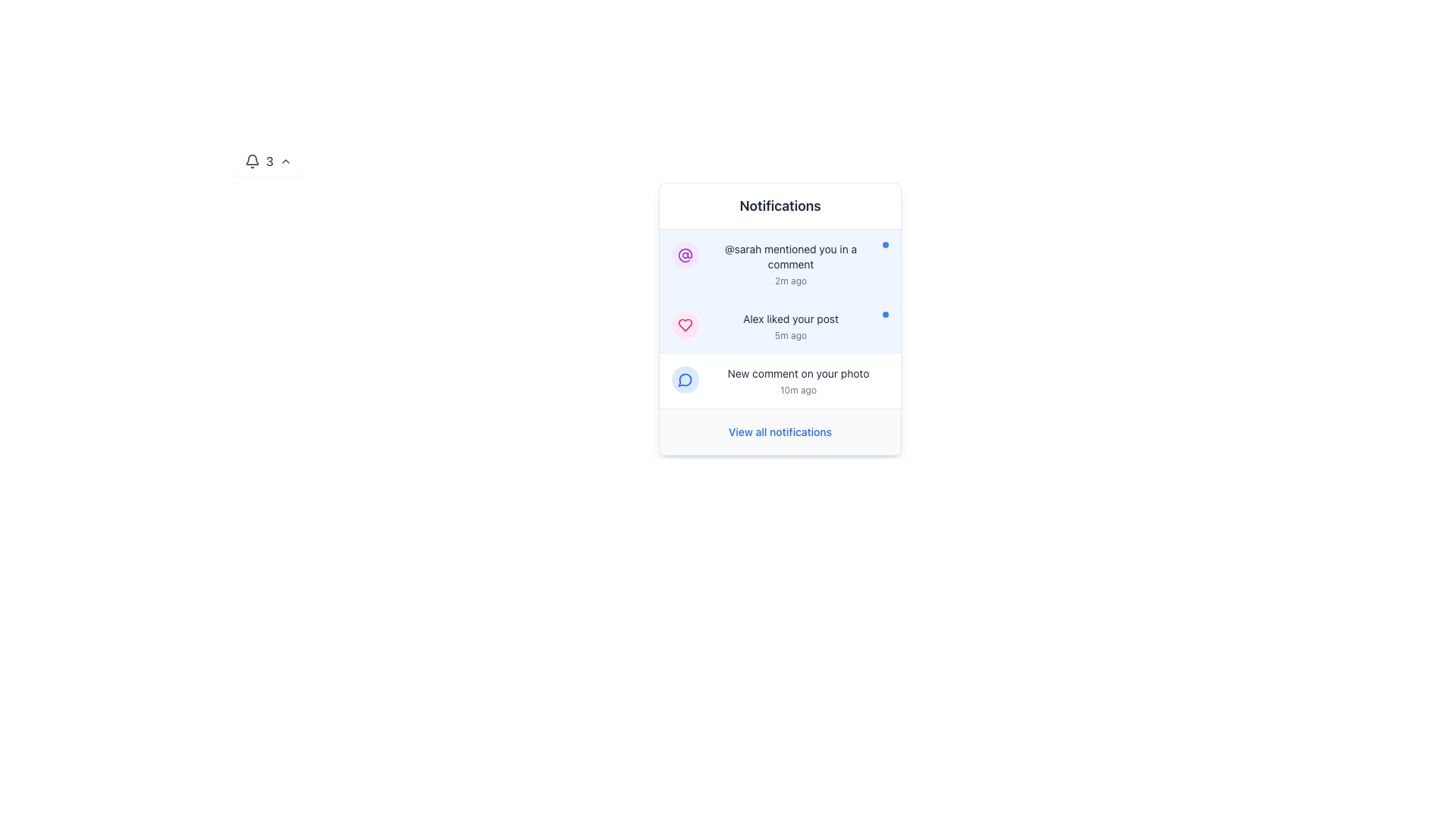 The width and height of the screenshot is (1456, 819). Describe the element at coordinates (789, 256) in the screenshot. I see `the notification text that mentions '@sarah', located above the '2m ago' text in the notification card` at that location.